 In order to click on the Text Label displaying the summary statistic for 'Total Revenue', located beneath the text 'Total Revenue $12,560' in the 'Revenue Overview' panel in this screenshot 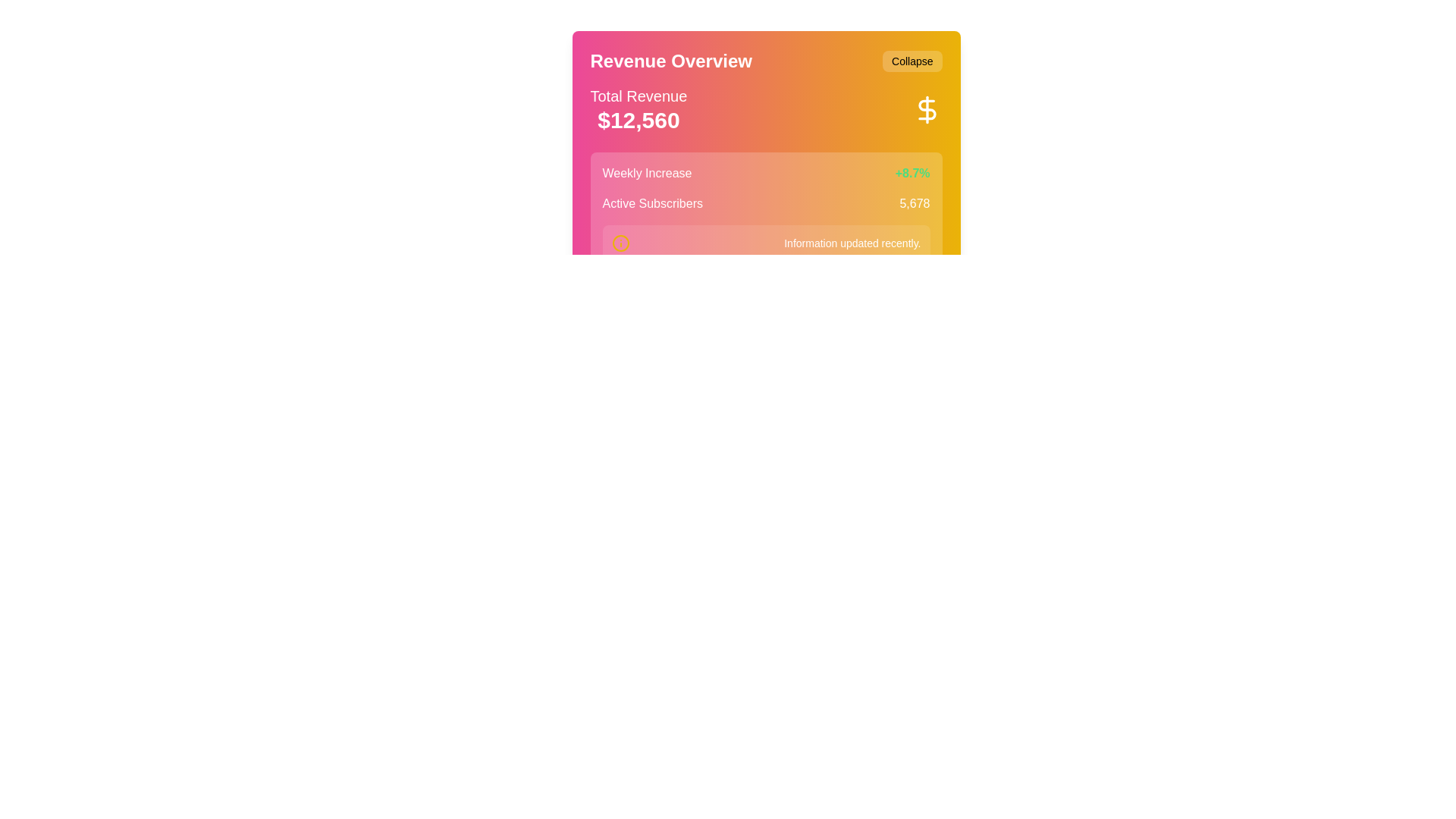, I will do `click(639, 119)`.